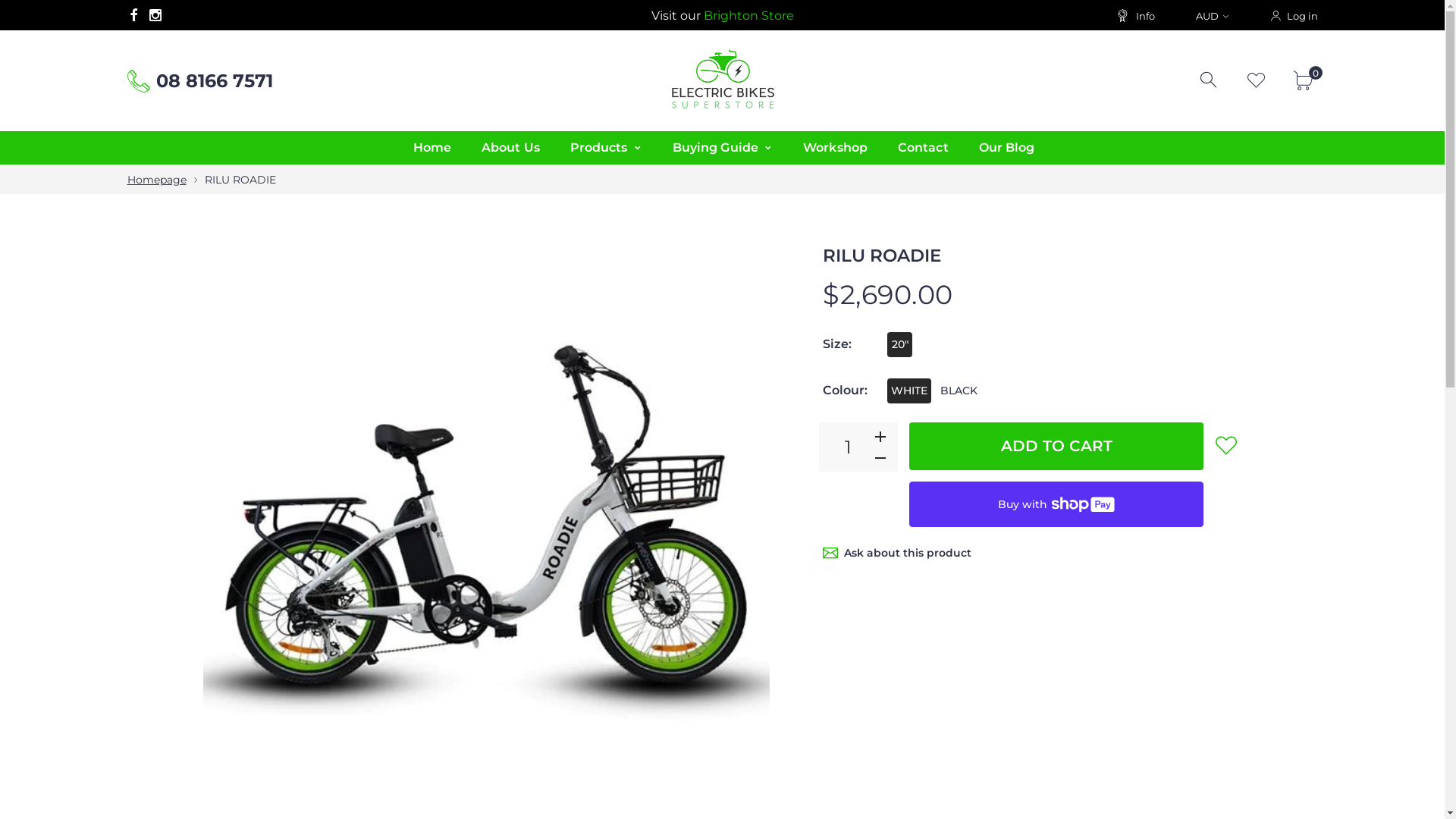 The image size is (1456, 819). I want to click on '08 8166 7571', so click(214, 80).